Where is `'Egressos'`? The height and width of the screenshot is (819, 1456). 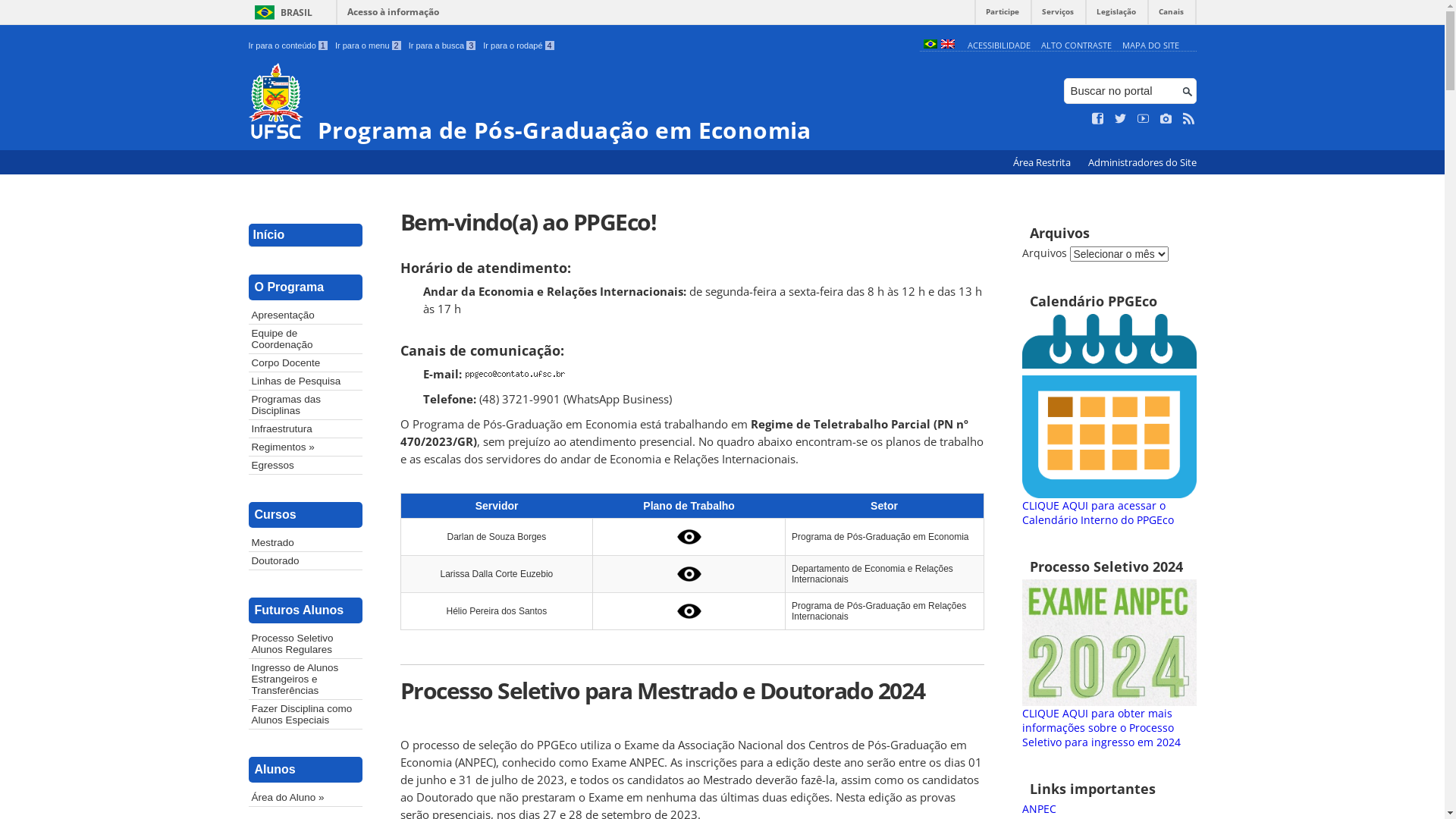 'Egressos' is located at coordinates (248, 464).